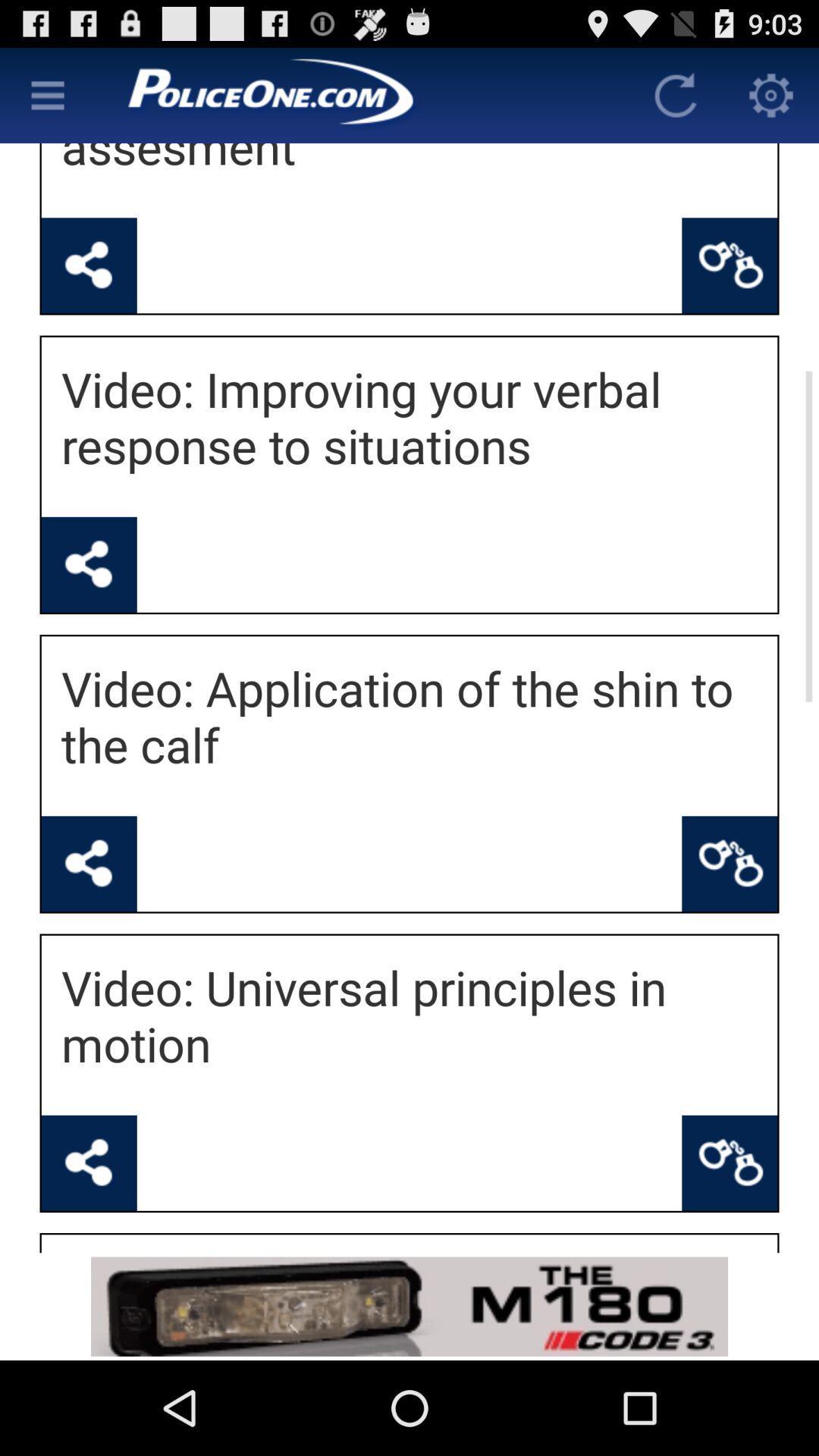  Describe the element at coordinates (409, 1306) in the screenshot. I see `advertisements banner` at that location.